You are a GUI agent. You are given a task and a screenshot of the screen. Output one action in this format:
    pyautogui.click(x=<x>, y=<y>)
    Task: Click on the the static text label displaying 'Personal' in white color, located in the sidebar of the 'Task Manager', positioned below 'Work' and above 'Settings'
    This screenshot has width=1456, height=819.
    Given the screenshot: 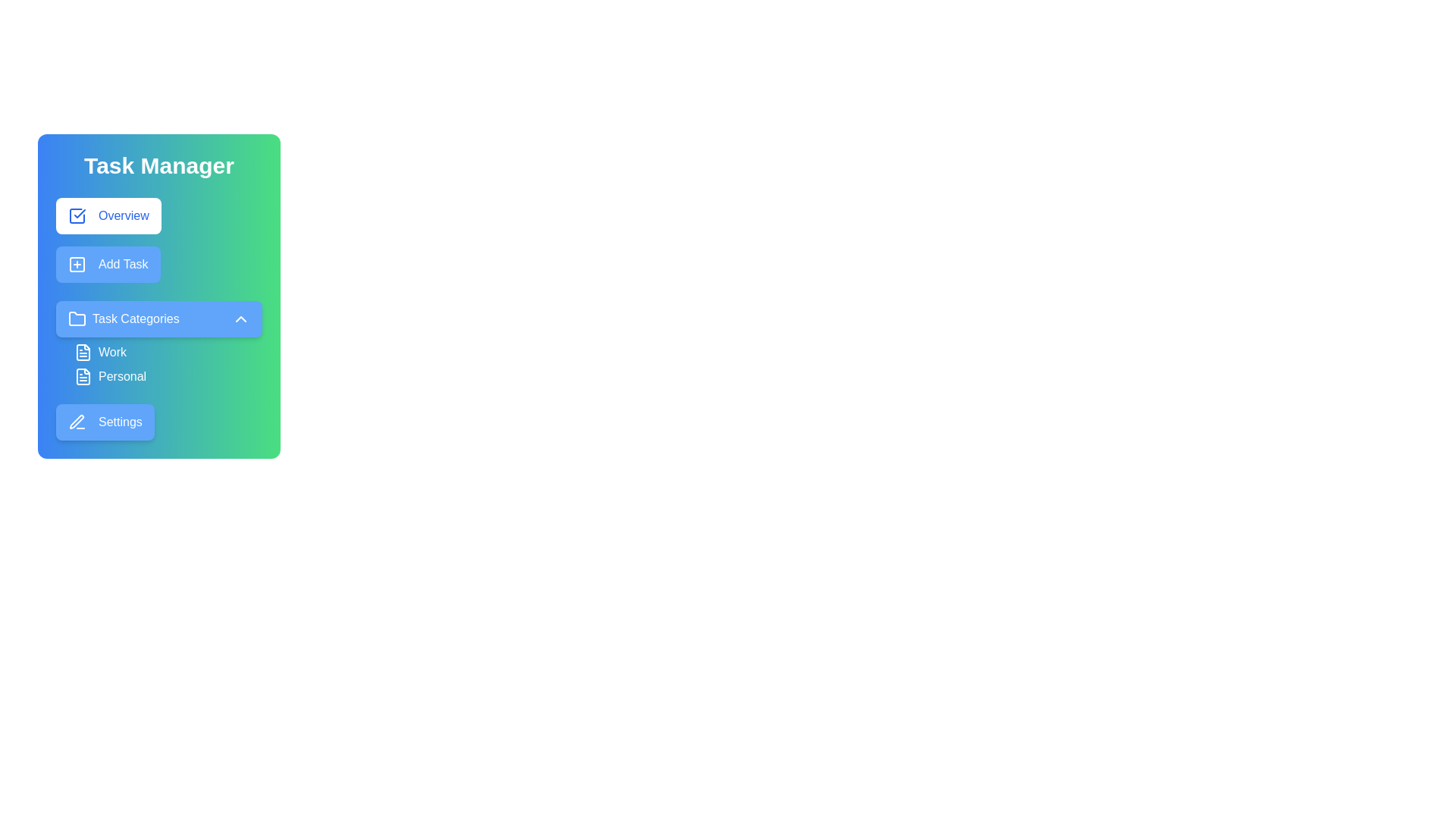 What is the action you would take?
    pyautogui.click(x=122, y=376)
    